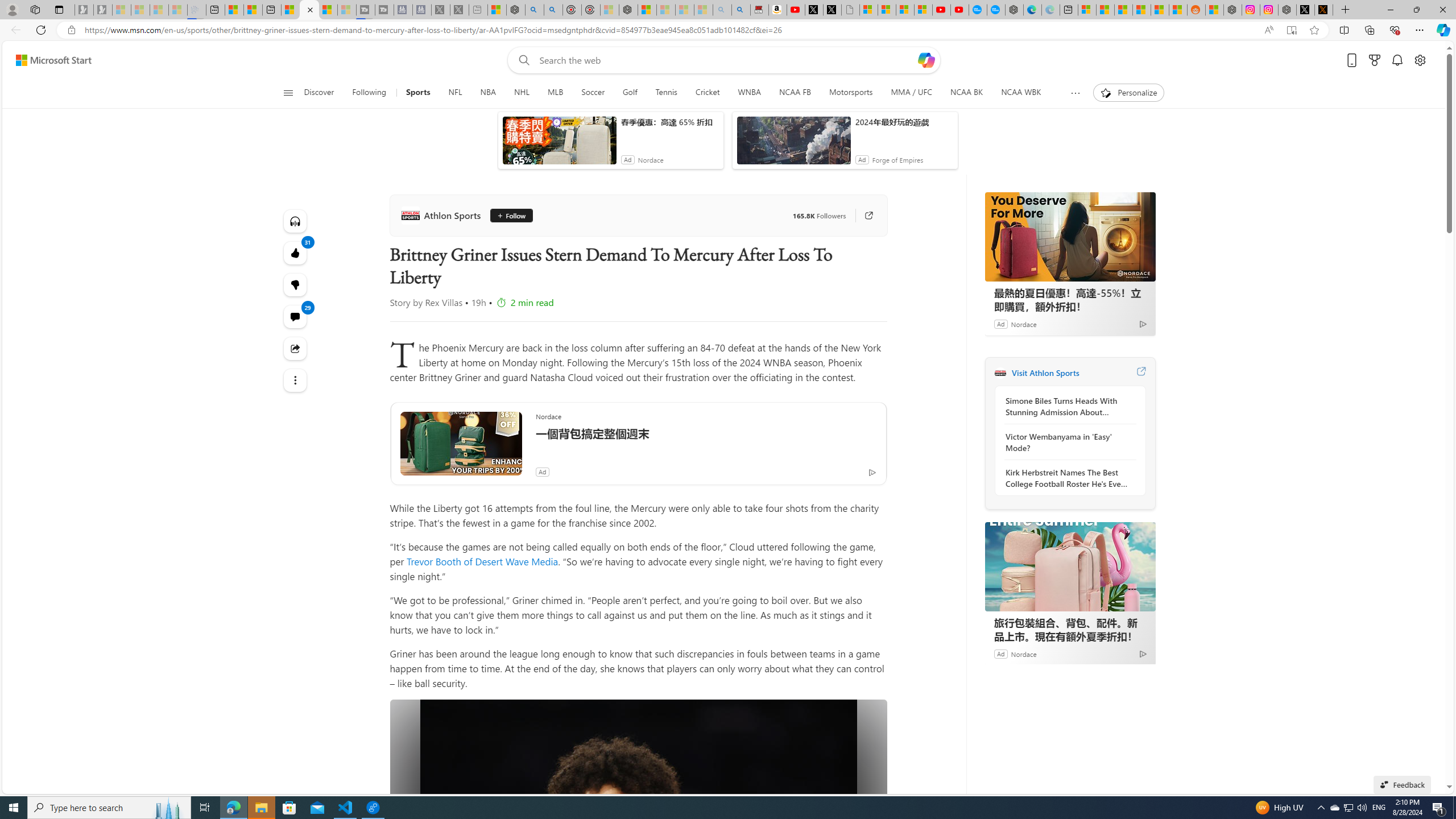 This screenshot has height=819, width=1456. Describe the element at coordinates (1419, 29) in the screenshot. I see `'Settings and more (Alt+F)'` at that location.